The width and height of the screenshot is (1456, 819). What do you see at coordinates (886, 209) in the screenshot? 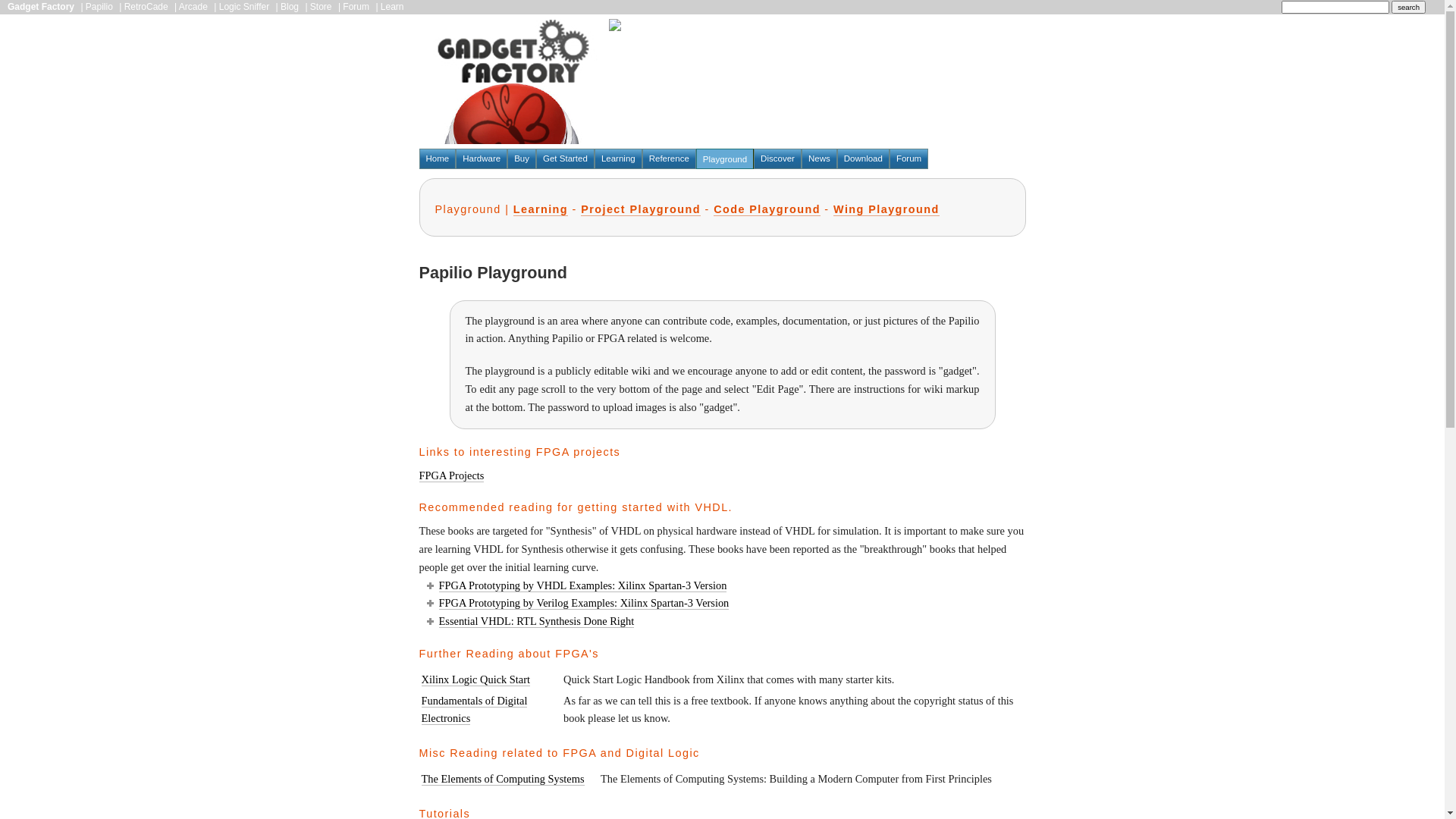
I see `'Wing Playground'` at bounding box center [886, 209].